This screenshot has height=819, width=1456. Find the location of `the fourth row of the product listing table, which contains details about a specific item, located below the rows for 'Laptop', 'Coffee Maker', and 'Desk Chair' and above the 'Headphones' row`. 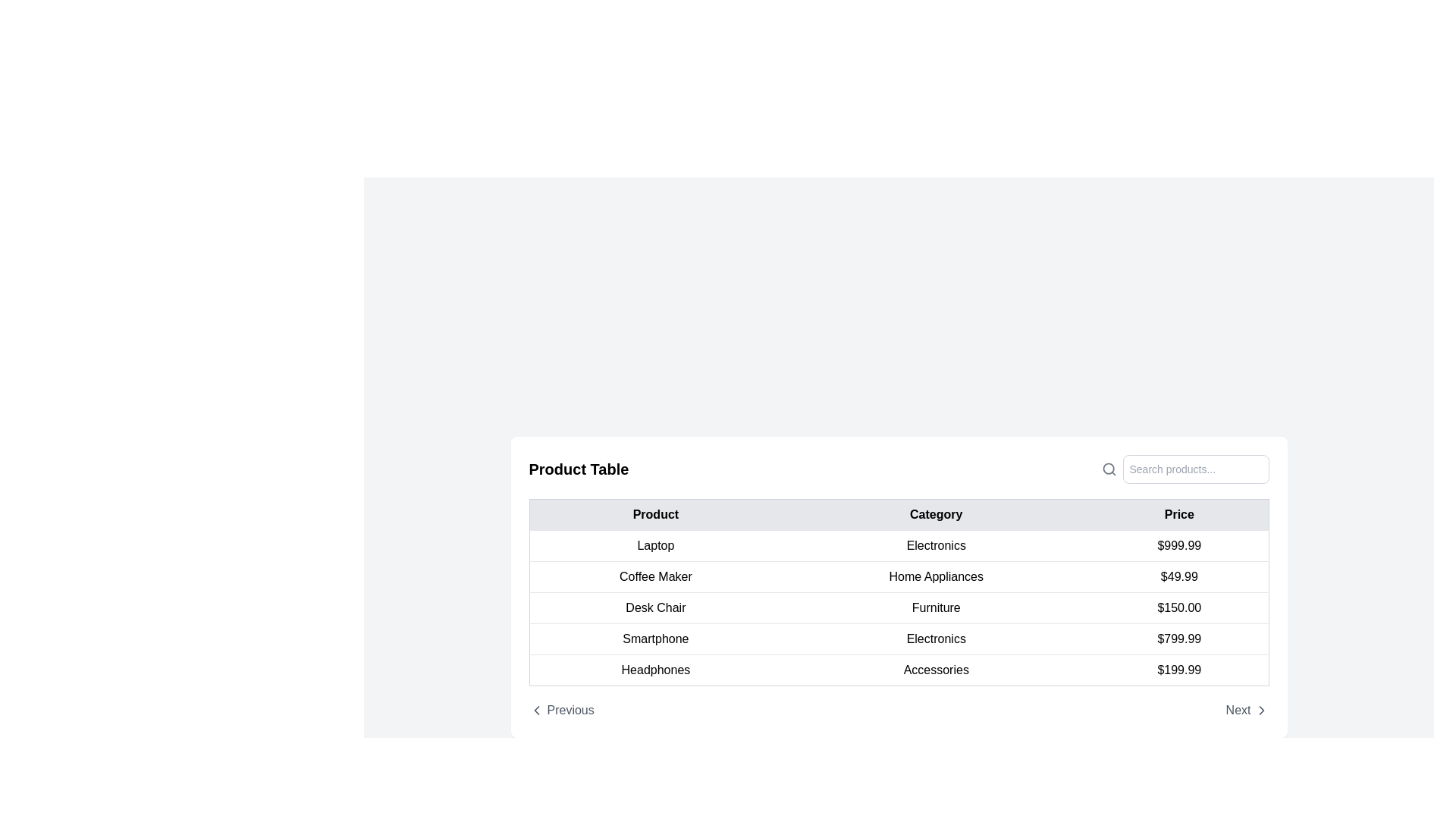

the fourth row of the product listing table, which contains details about a specific item, located below the rows for 'Laptop', 'Coffee Maker', and 'Desk Chair' and above the 'Headphones' row is located at coordinates (899, 639).